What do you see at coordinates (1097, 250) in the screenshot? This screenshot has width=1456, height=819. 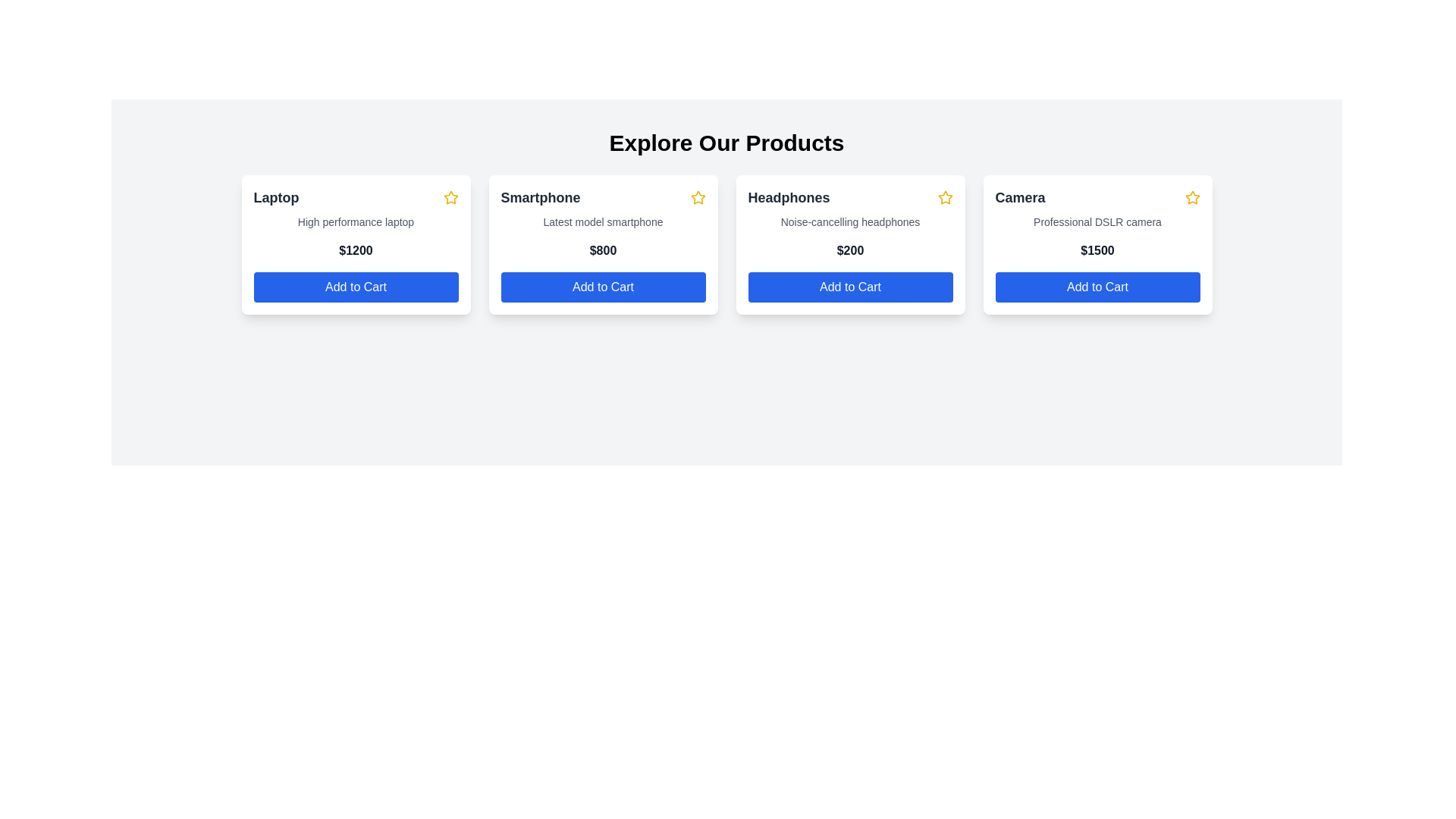 I see `the bold text displaying the value '$1500' located below 'Professional DSLR camera' and above the 'Add to Cart' button in the fourth product card of the grid` at bounding box center [1097, 250].